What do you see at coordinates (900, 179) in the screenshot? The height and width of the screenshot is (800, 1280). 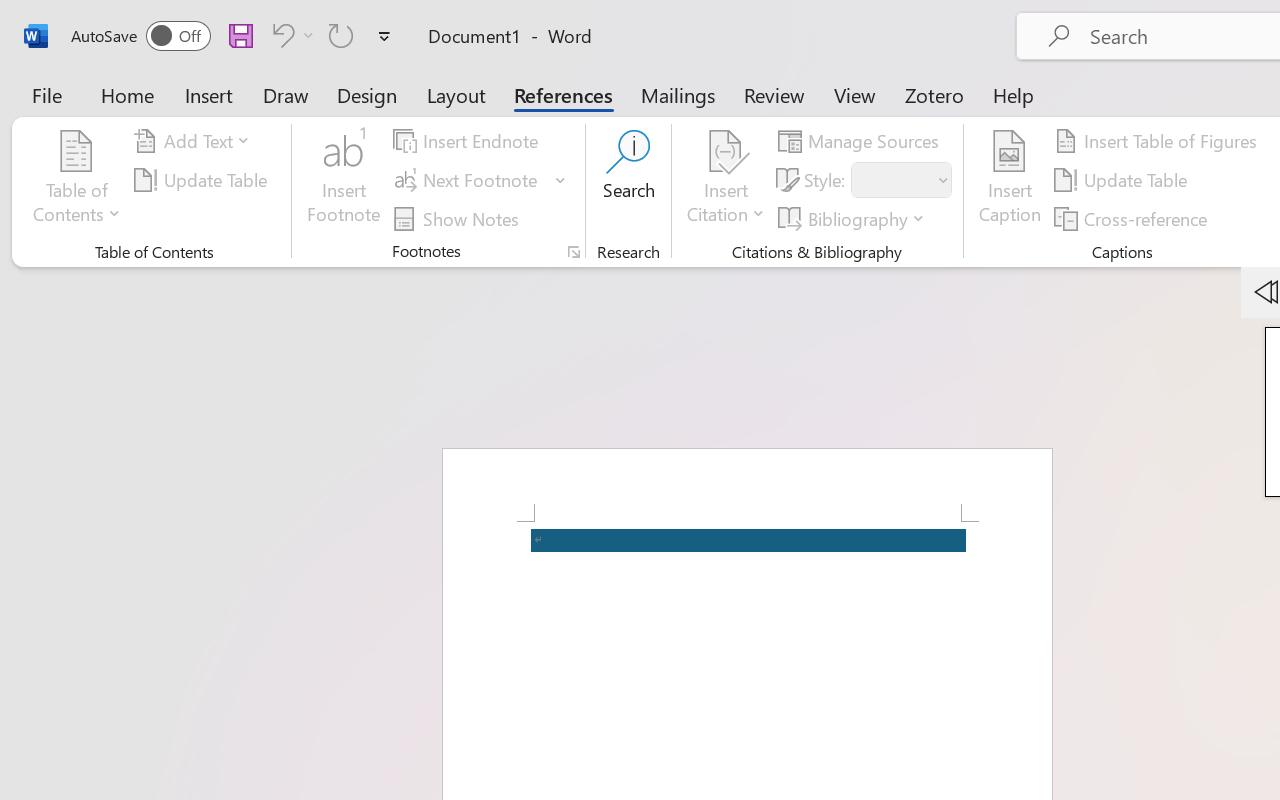 I see `'Style'` at bounding box center [900, 179].